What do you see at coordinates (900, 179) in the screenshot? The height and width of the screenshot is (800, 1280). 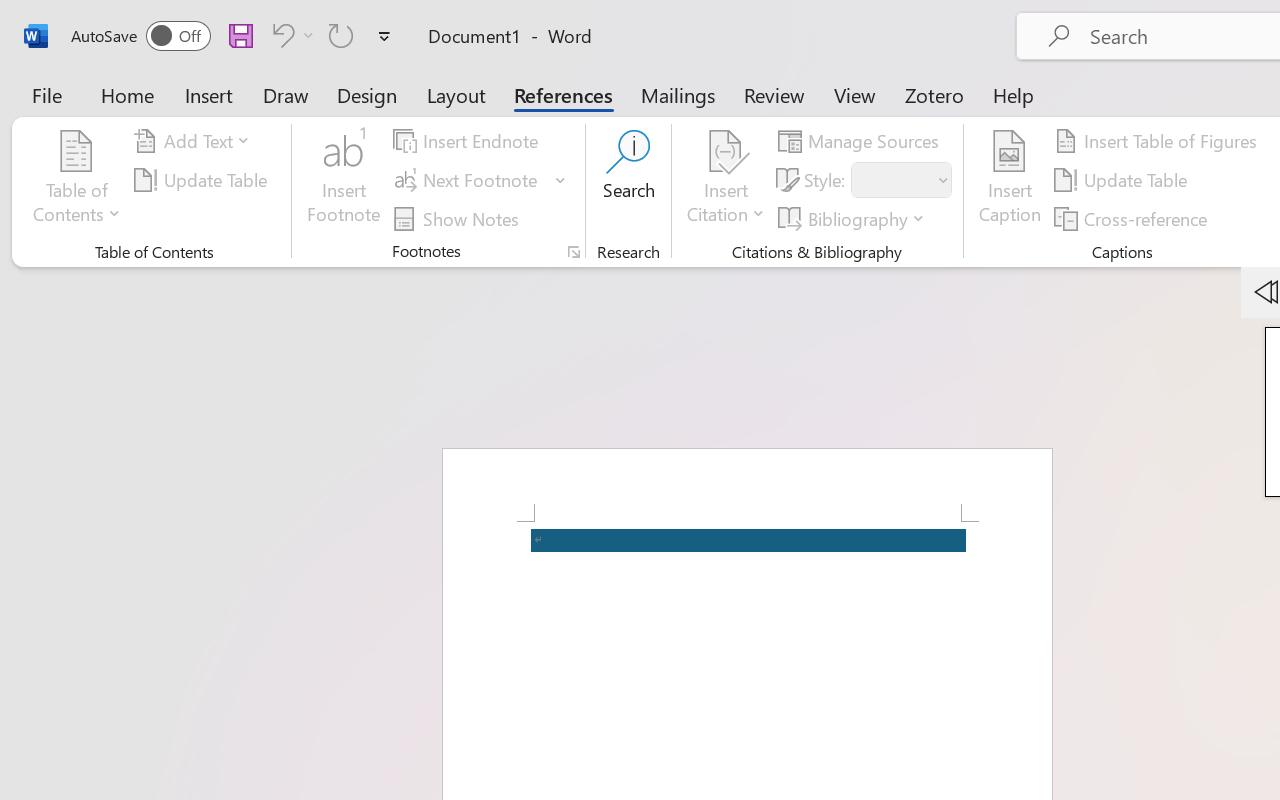 I see `'Style'` at bounding box center [900, 179].